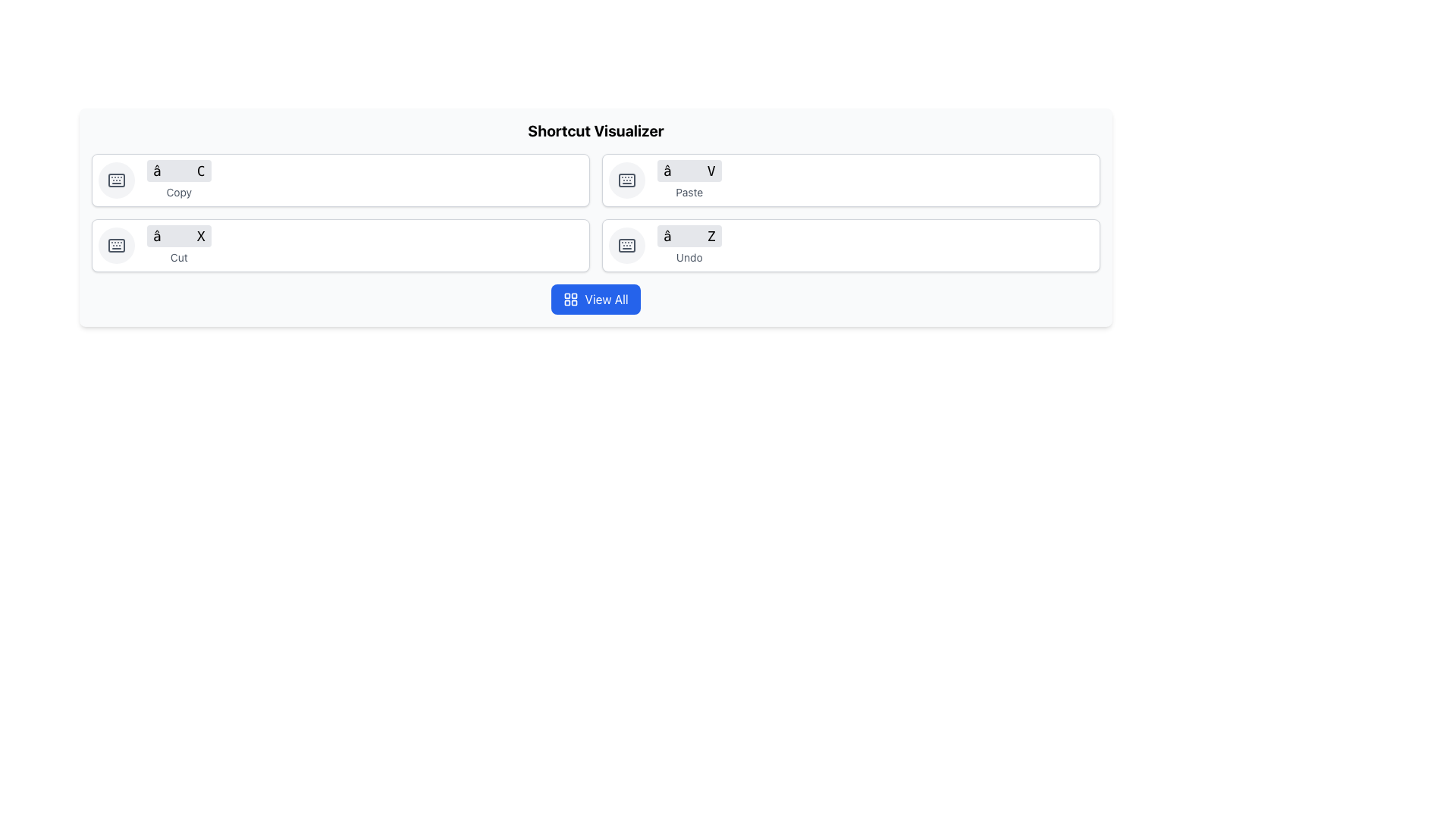 The image size is (1456, 819). What do you see at coordinates (115, 245) in the screenshot?
I see `the keyboard-shaped SVG icon located in the left column, second row of the grid` at bounding box center [115, 245].